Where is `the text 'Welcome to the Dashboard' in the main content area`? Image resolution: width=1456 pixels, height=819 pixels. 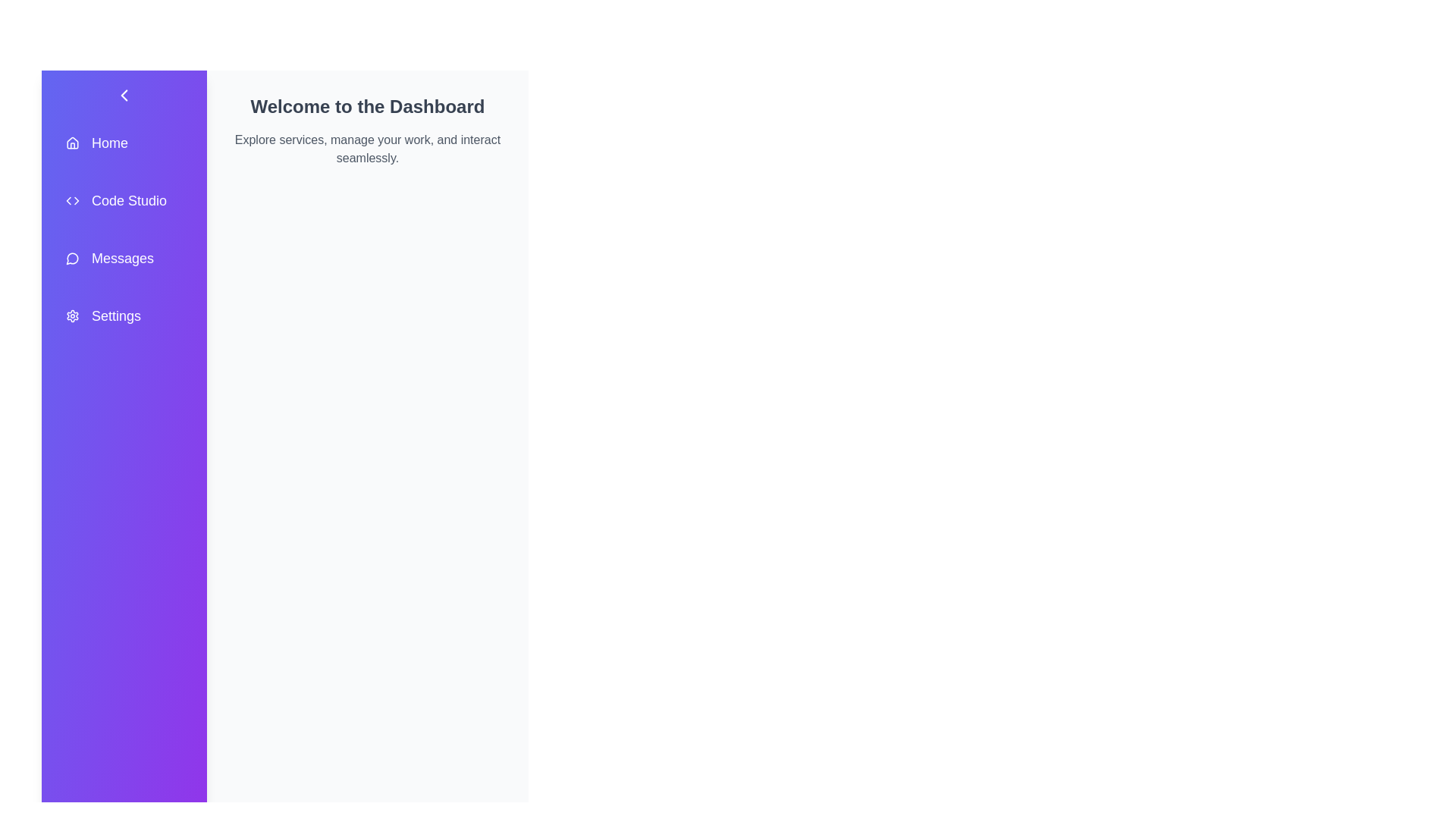
the text 'Welcome to the Dashboard' in the main content area is located at coordinates (231, 94).